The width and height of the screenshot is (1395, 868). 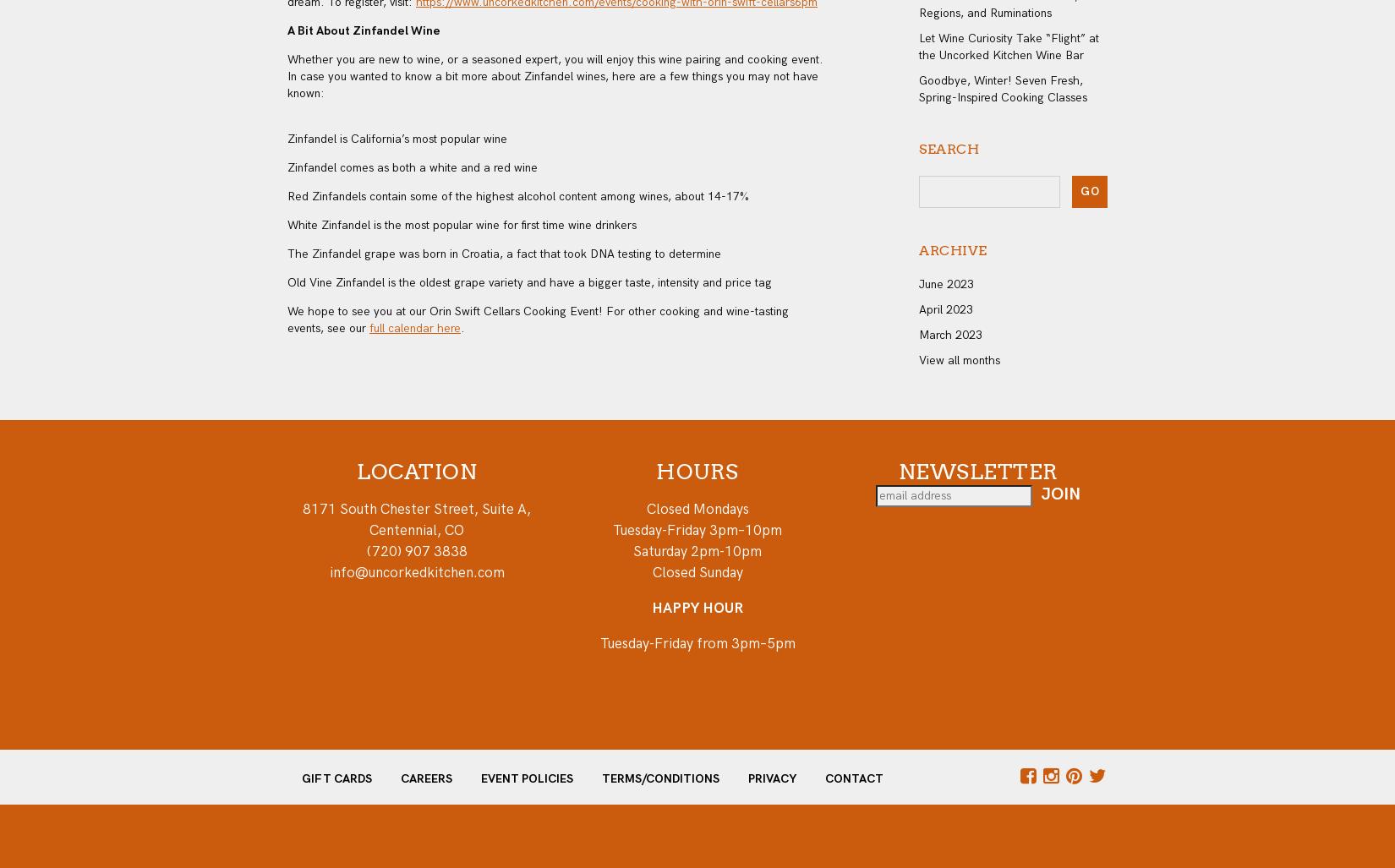 I want to click on 'HAPPY HOUR', so click(x=697, y=608).